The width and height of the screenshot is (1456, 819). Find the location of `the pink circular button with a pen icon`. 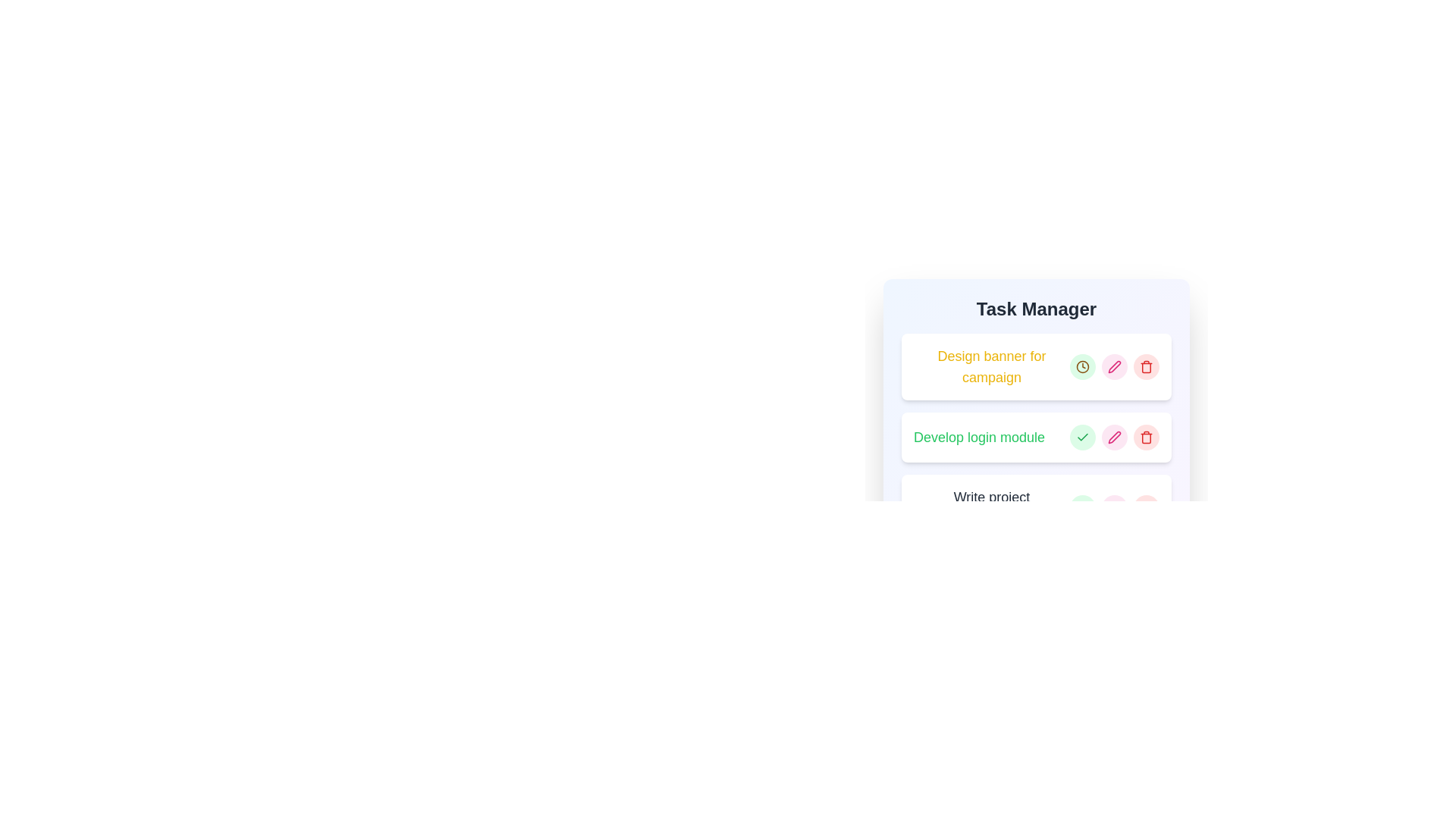

the pink circular button with a pen icon is located at coordinates (1114, 438).